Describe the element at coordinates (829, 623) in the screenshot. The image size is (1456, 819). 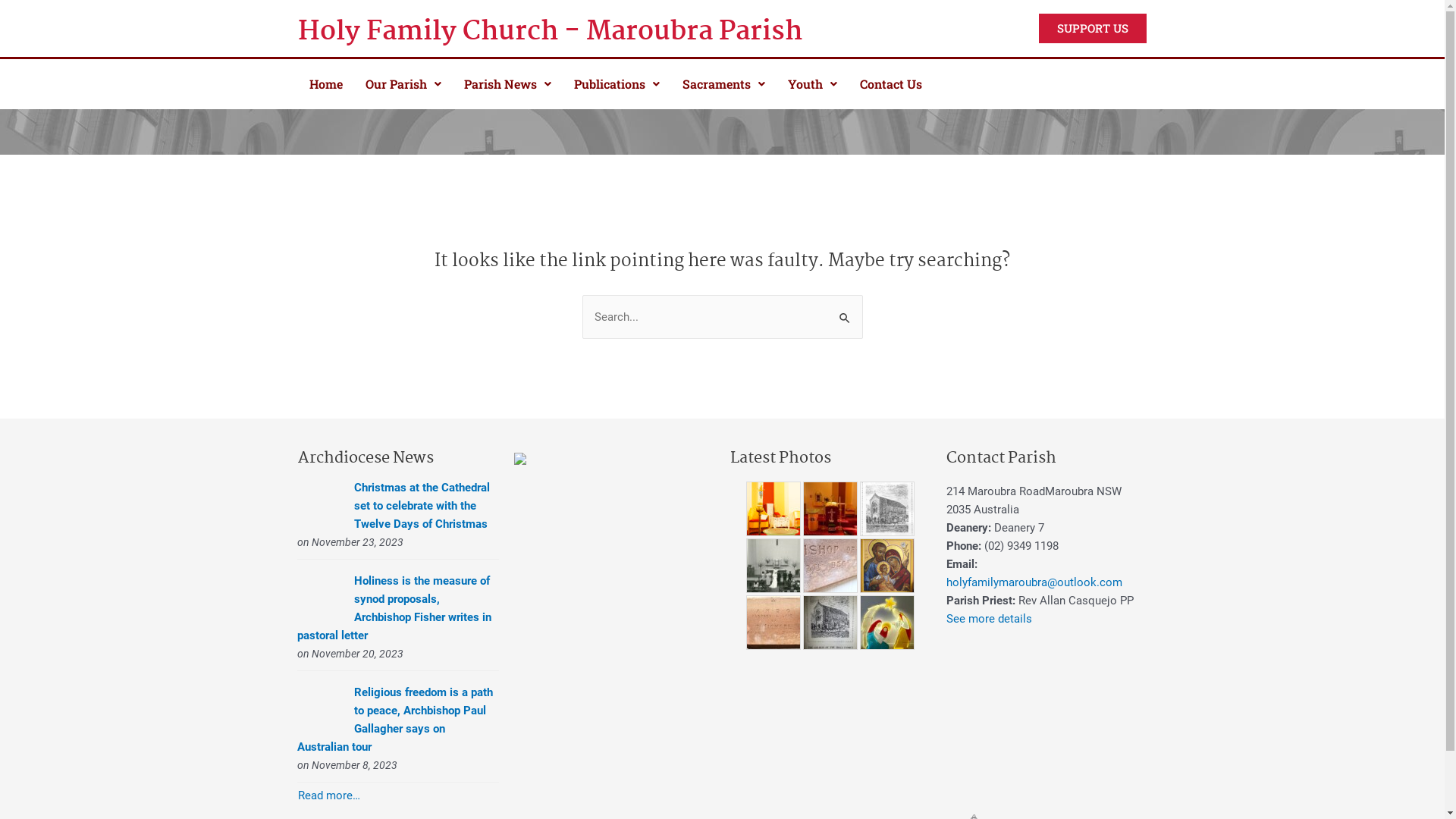
I see `'History Booklet'` at that location.